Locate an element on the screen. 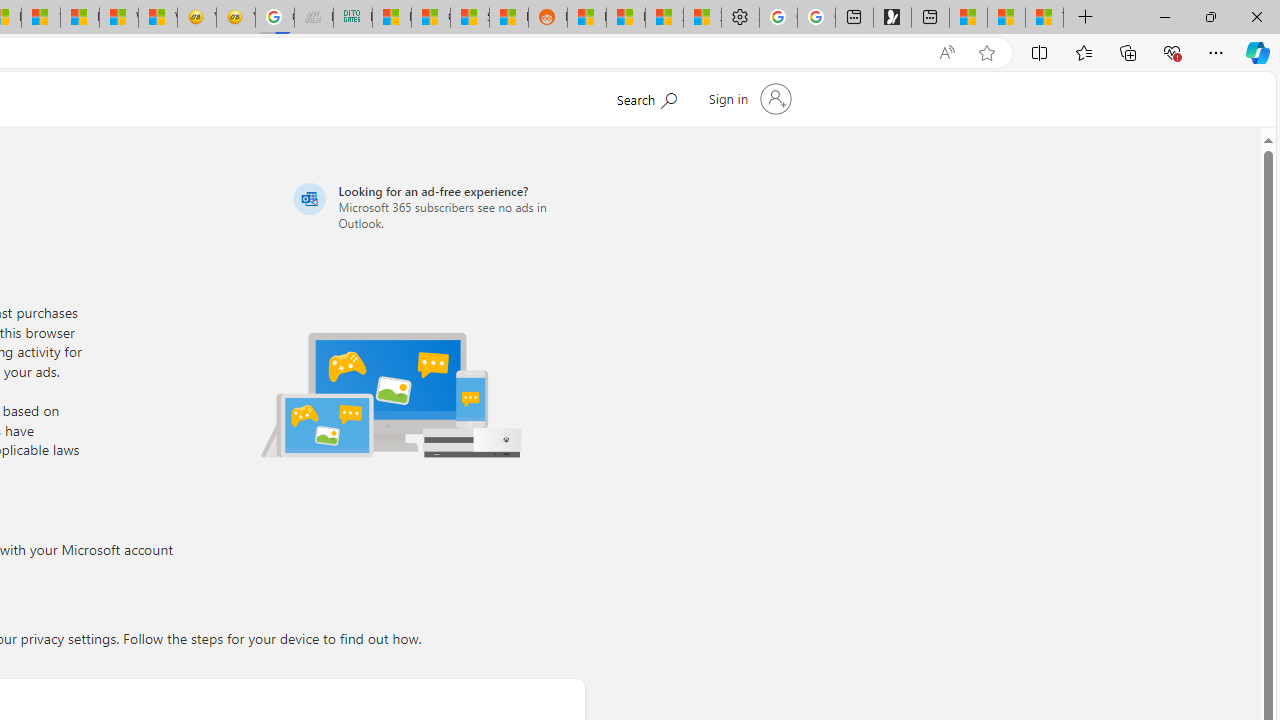  'Search Microsoft.com' is located at coordinates (646, 97).